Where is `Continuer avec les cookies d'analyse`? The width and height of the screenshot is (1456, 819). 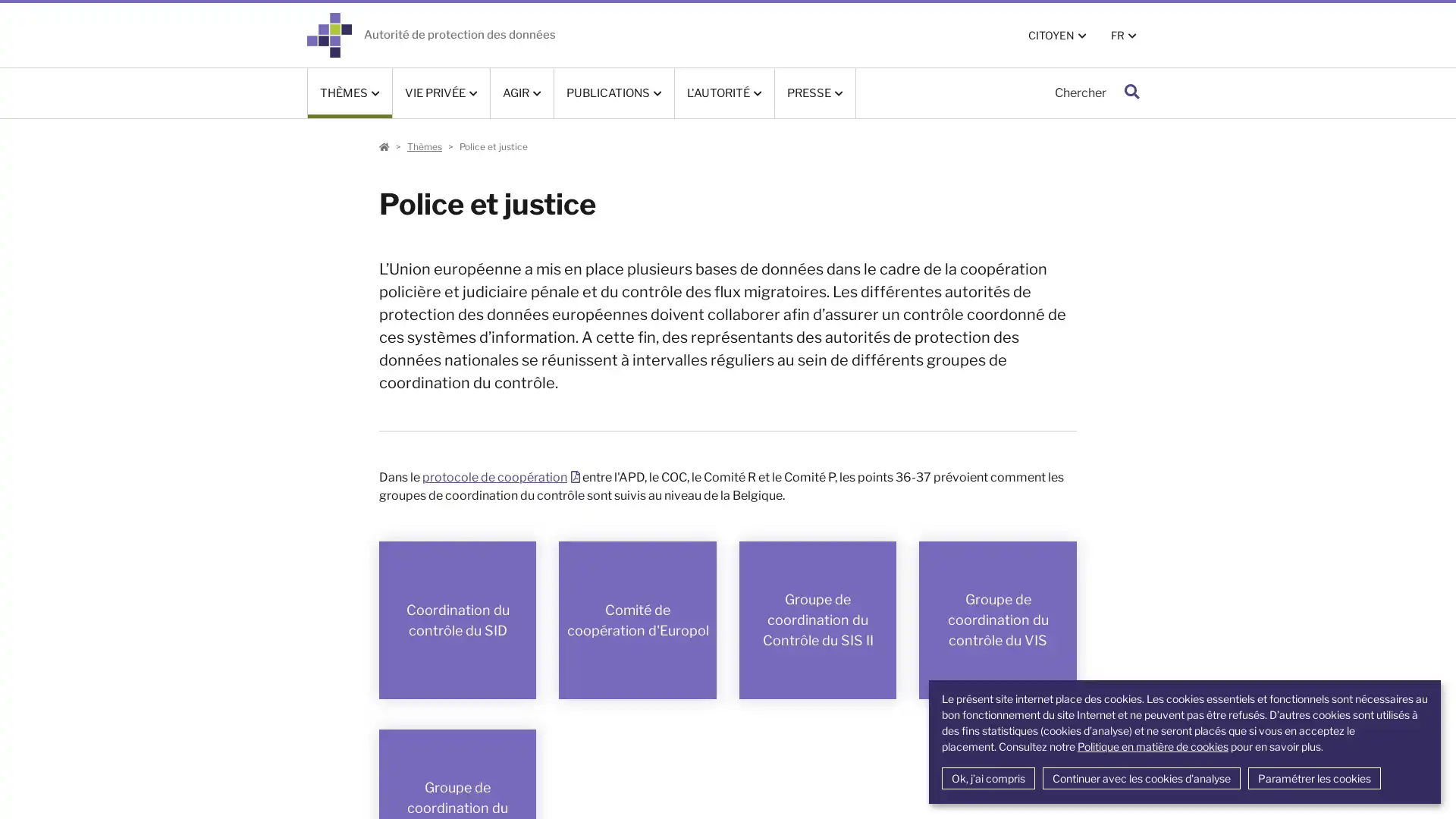 Continuer avec les cookies d'analyse is located at coordinates (1141, 778).